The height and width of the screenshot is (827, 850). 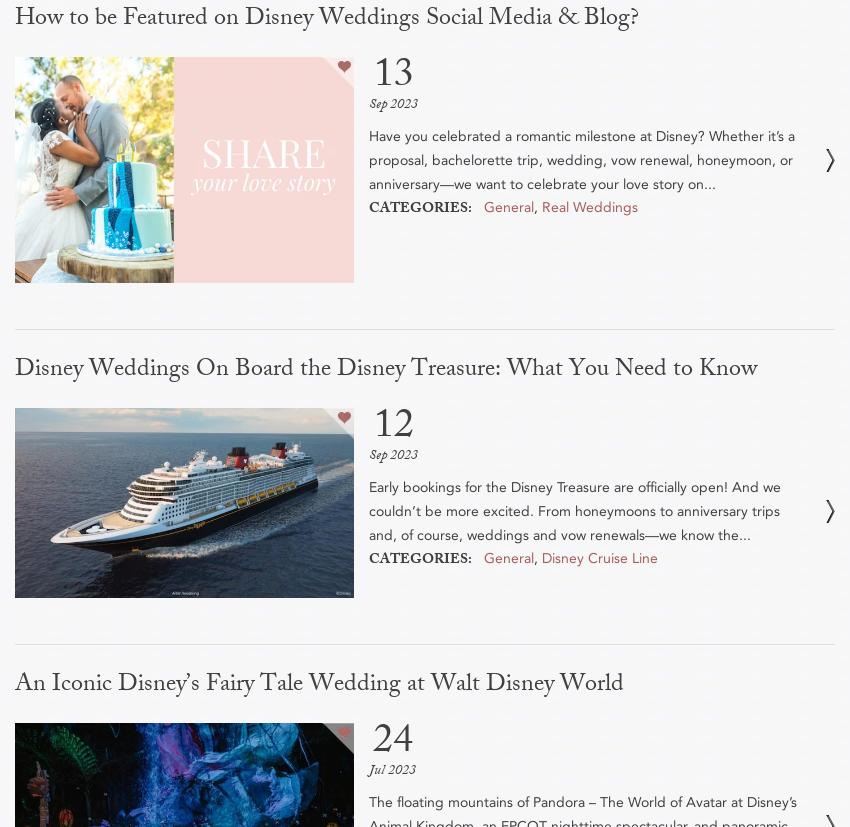 What do you see at coordinates (370, 743) in the screenshot?
I see `'24'` at bounding box center [370, 743].